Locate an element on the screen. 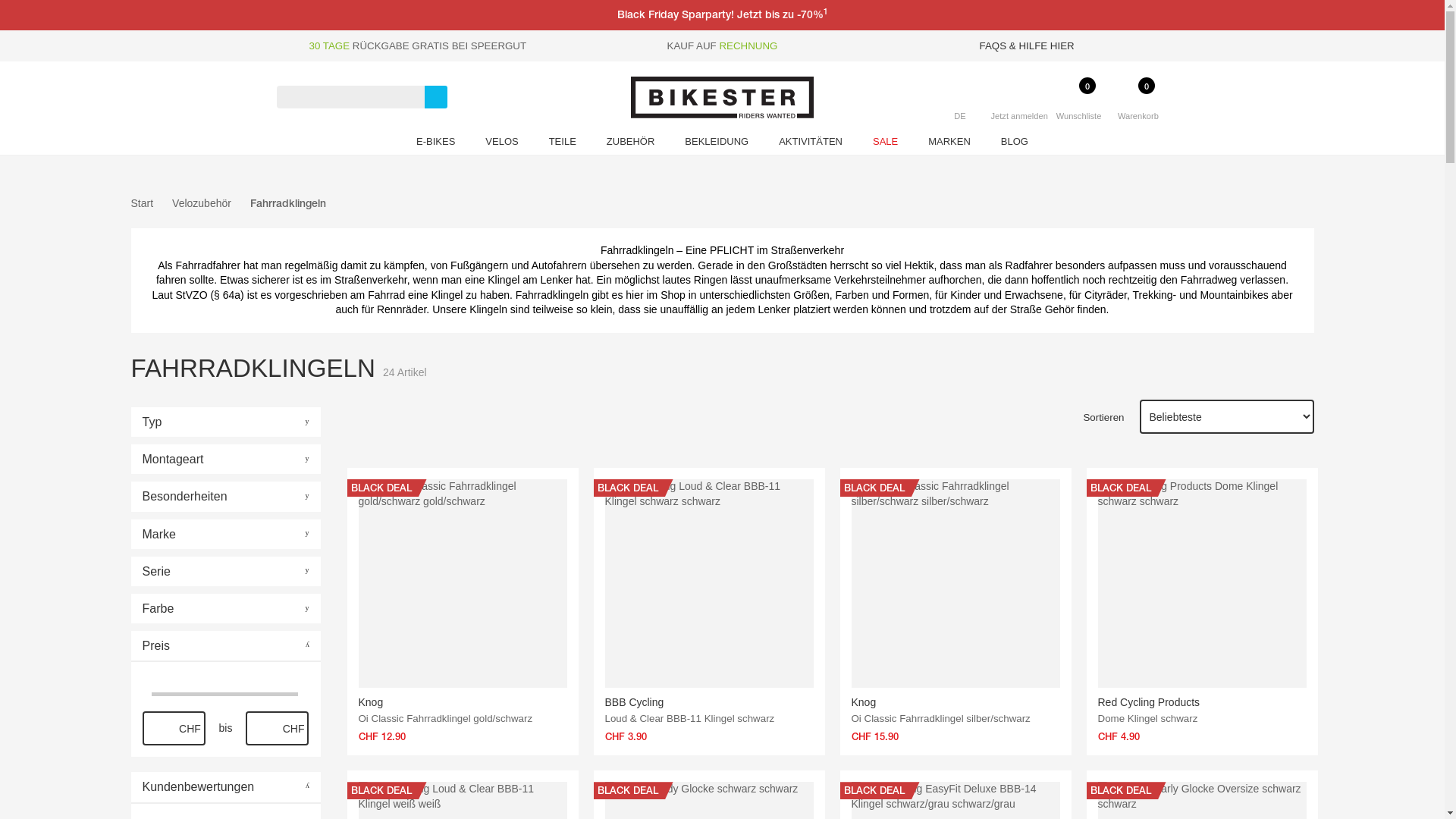 Image resolution: width=1456 pixels, height=819 pixels. 'BLOG' is located at coordinates (986, 143).